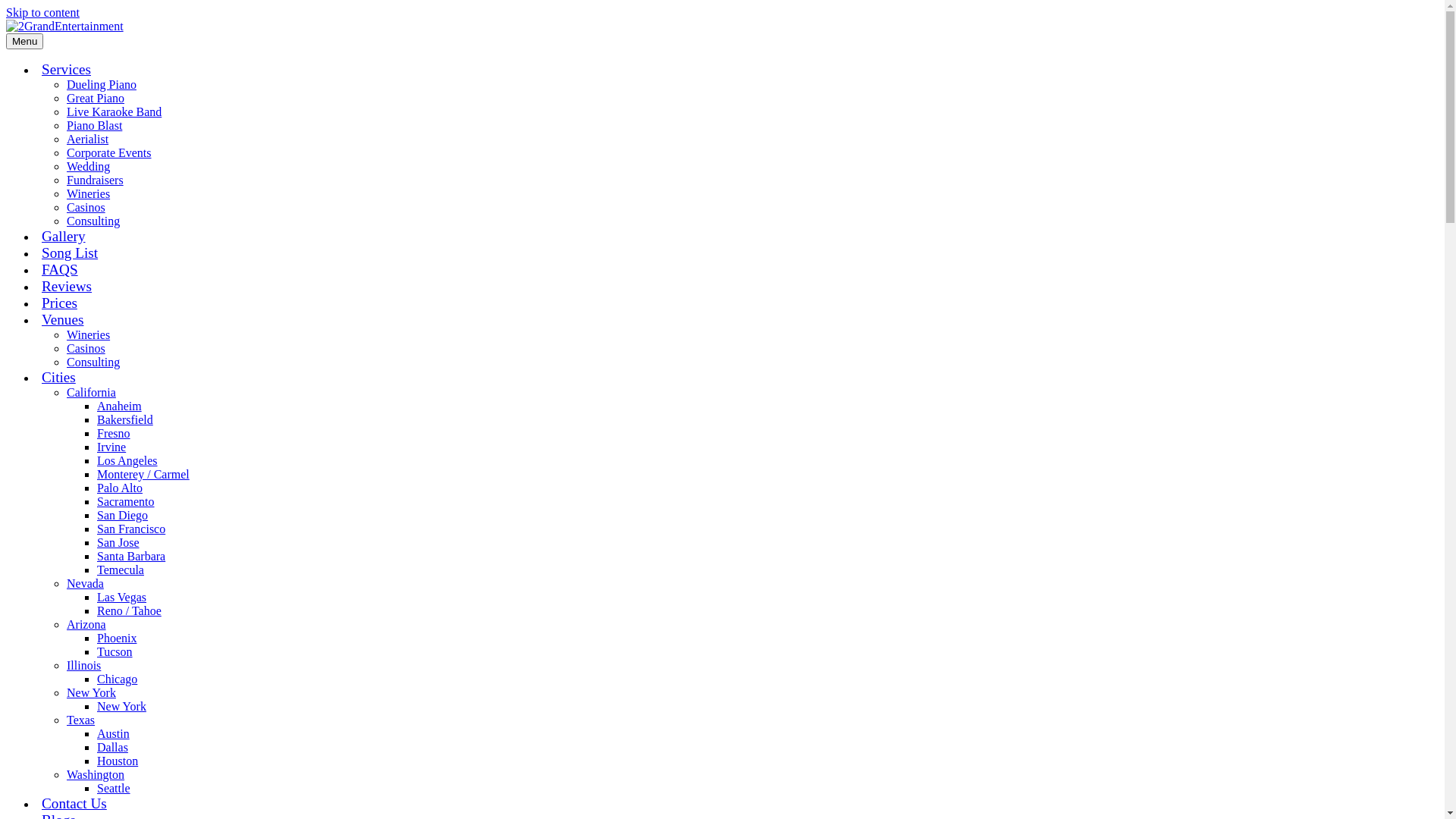 The image size is (1456, 819). Describe the element at coordinates (112, 433) in the screenshot. I see `'Fresno'` at that location.